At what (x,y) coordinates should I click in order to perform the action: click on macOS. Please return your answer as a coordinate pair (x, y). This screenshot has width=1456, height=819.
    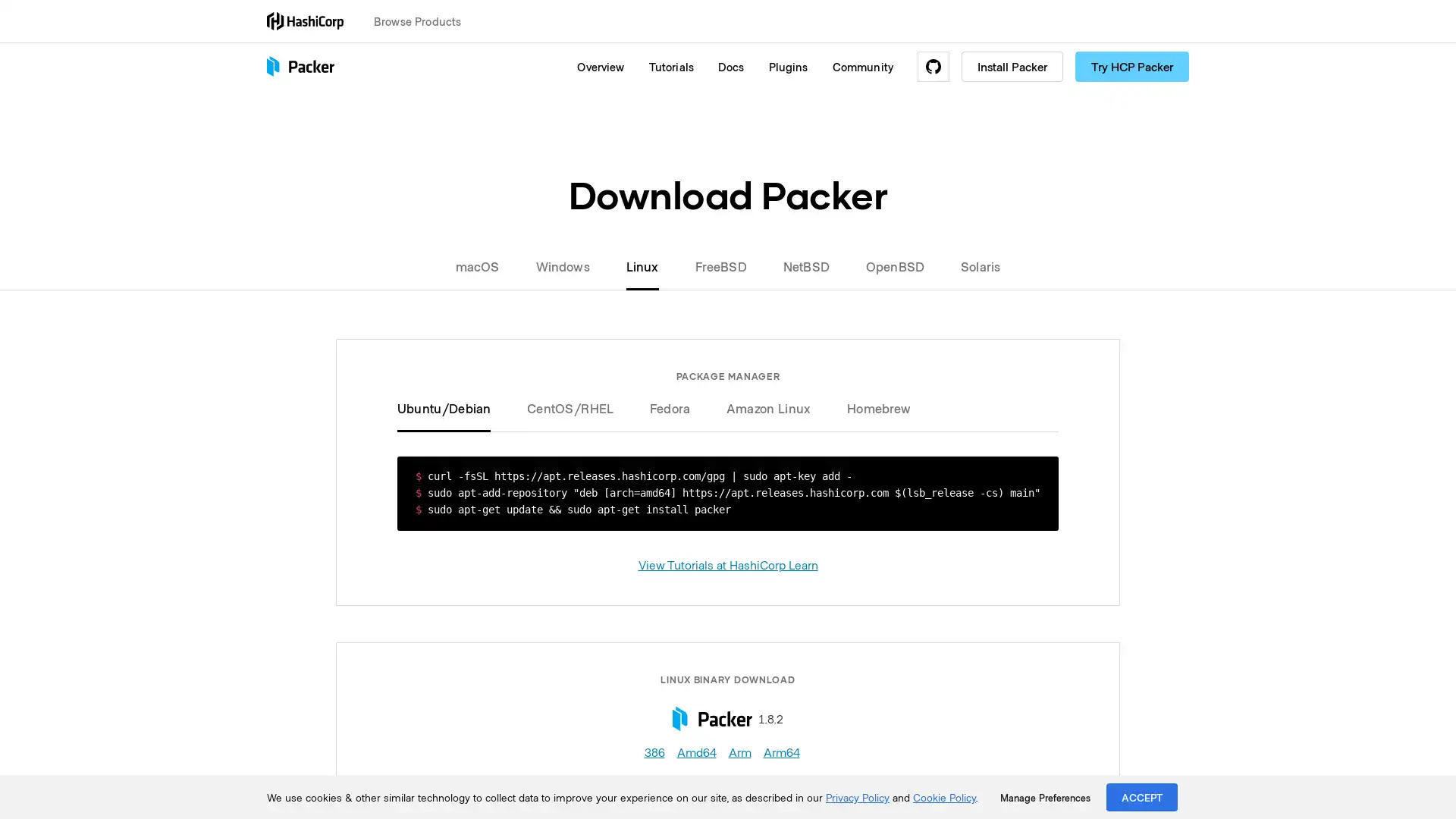
    Looking at the image, I should click on (486, 265).